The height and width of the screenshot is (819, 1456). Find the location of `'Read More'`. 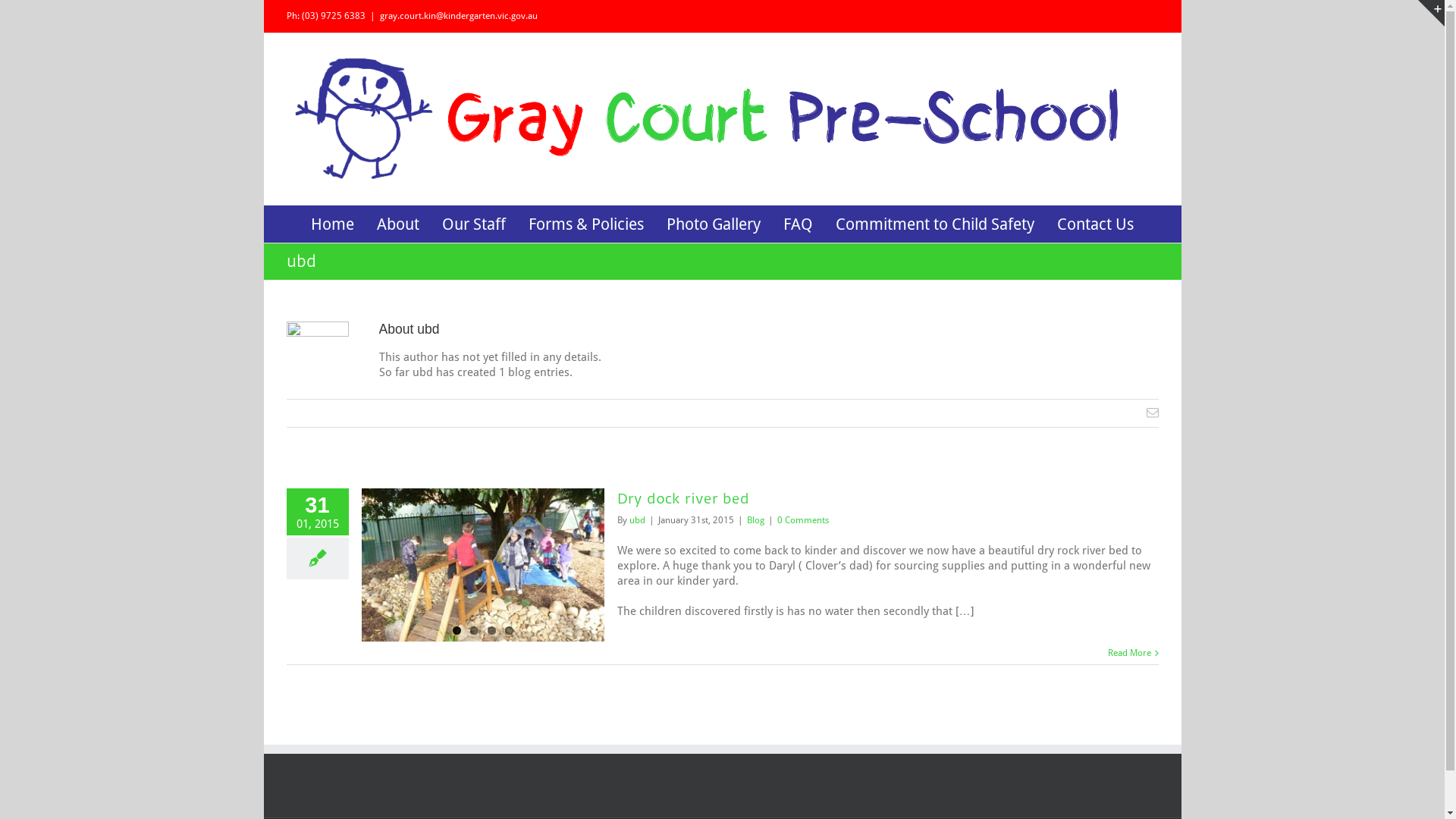

'Read More' is located at coordinates (1128, 651).